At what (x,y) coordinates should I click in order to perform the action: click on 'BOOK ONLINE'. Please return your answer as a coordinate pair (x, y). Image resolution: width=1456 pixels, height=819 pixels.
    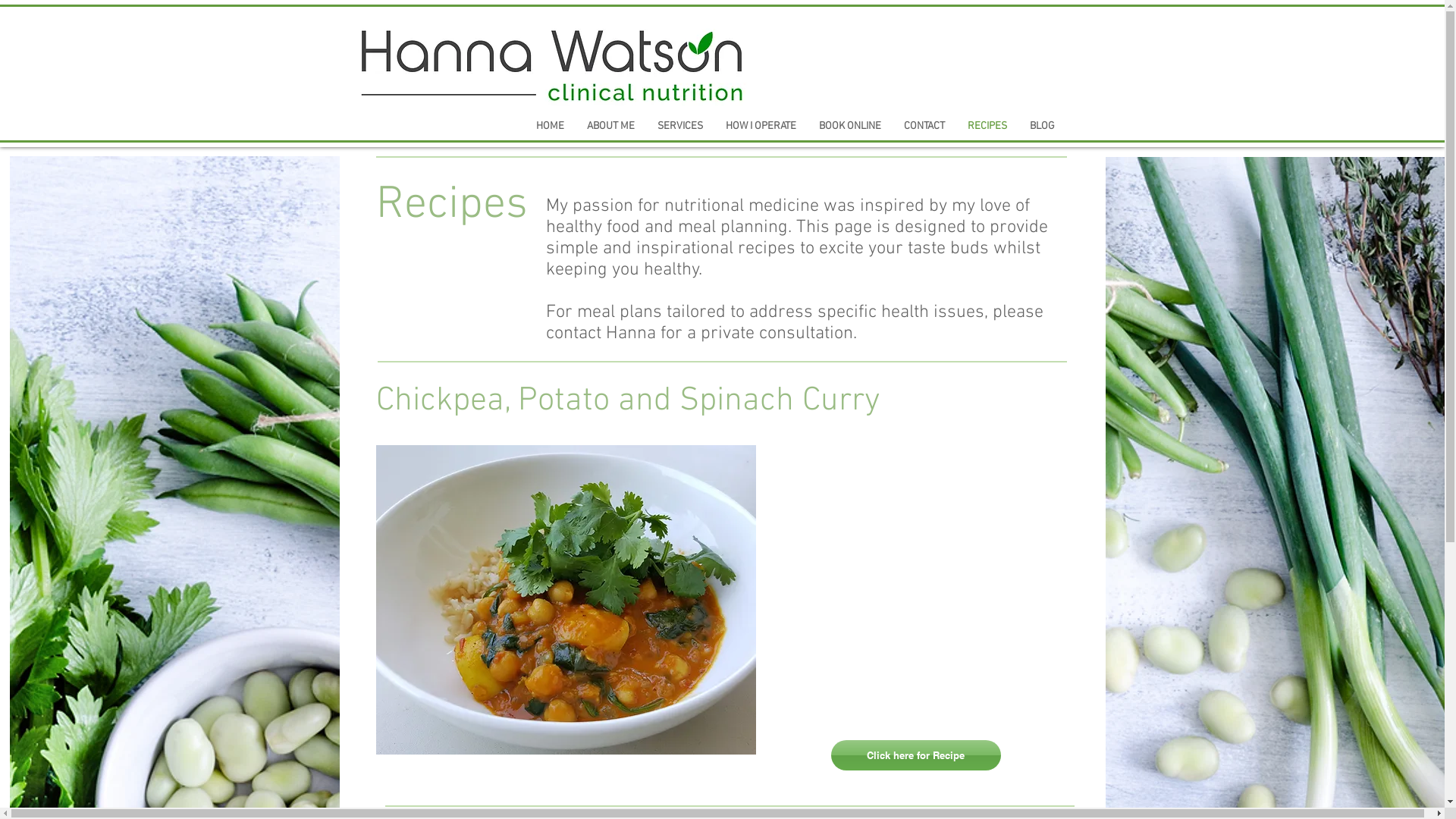
    Looking at the image, I should click on (848, 125).